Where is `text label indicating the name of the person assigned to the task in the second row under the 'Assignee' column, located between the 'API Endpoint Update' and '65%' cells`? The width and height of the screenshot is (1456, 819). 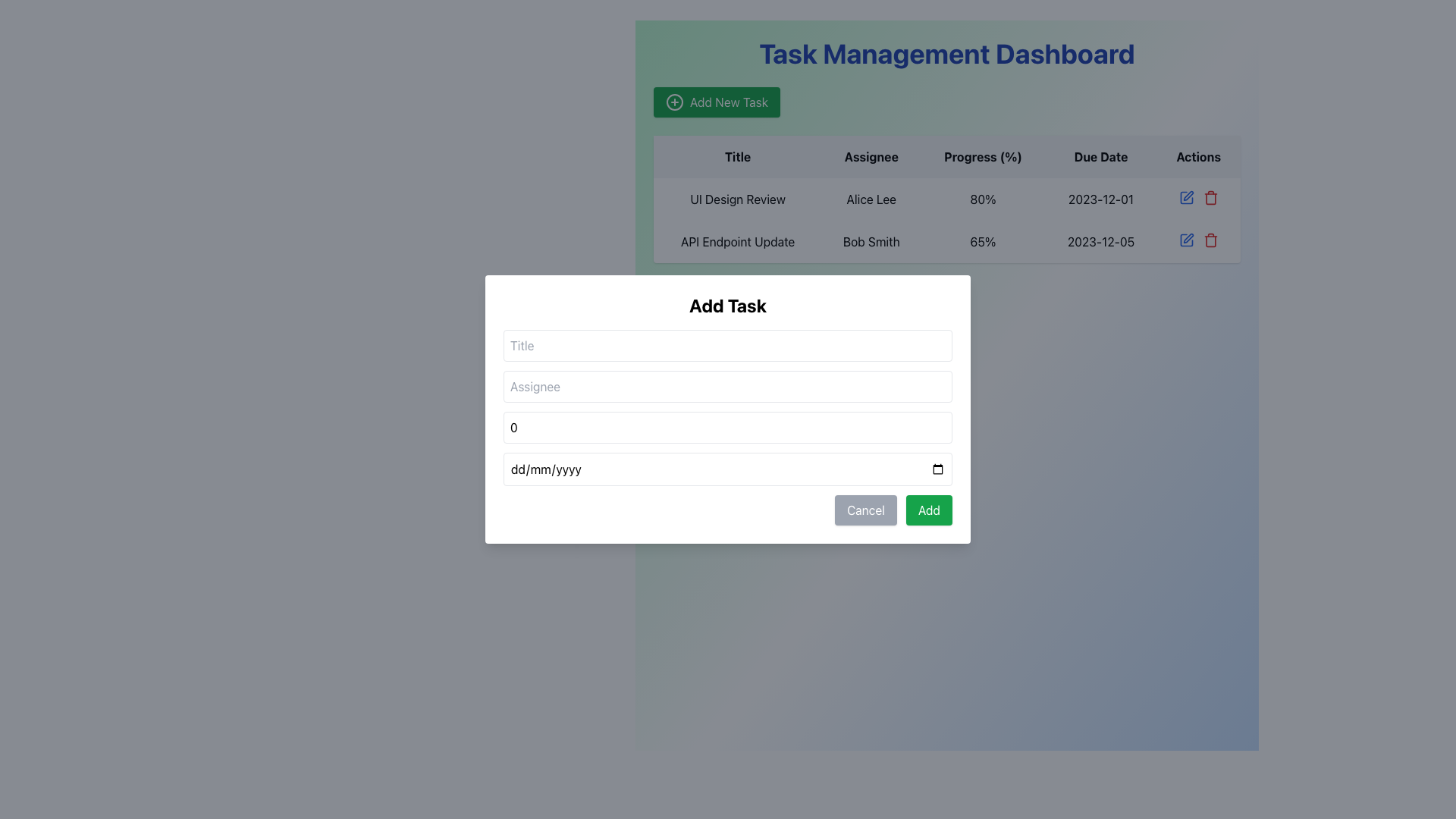 text label indicating the name of the person assigned to the task in the second row under the 'Assignee' column, located between the 'API Endpoint Update' and '65%' cells is located at coordinates (871, 241).